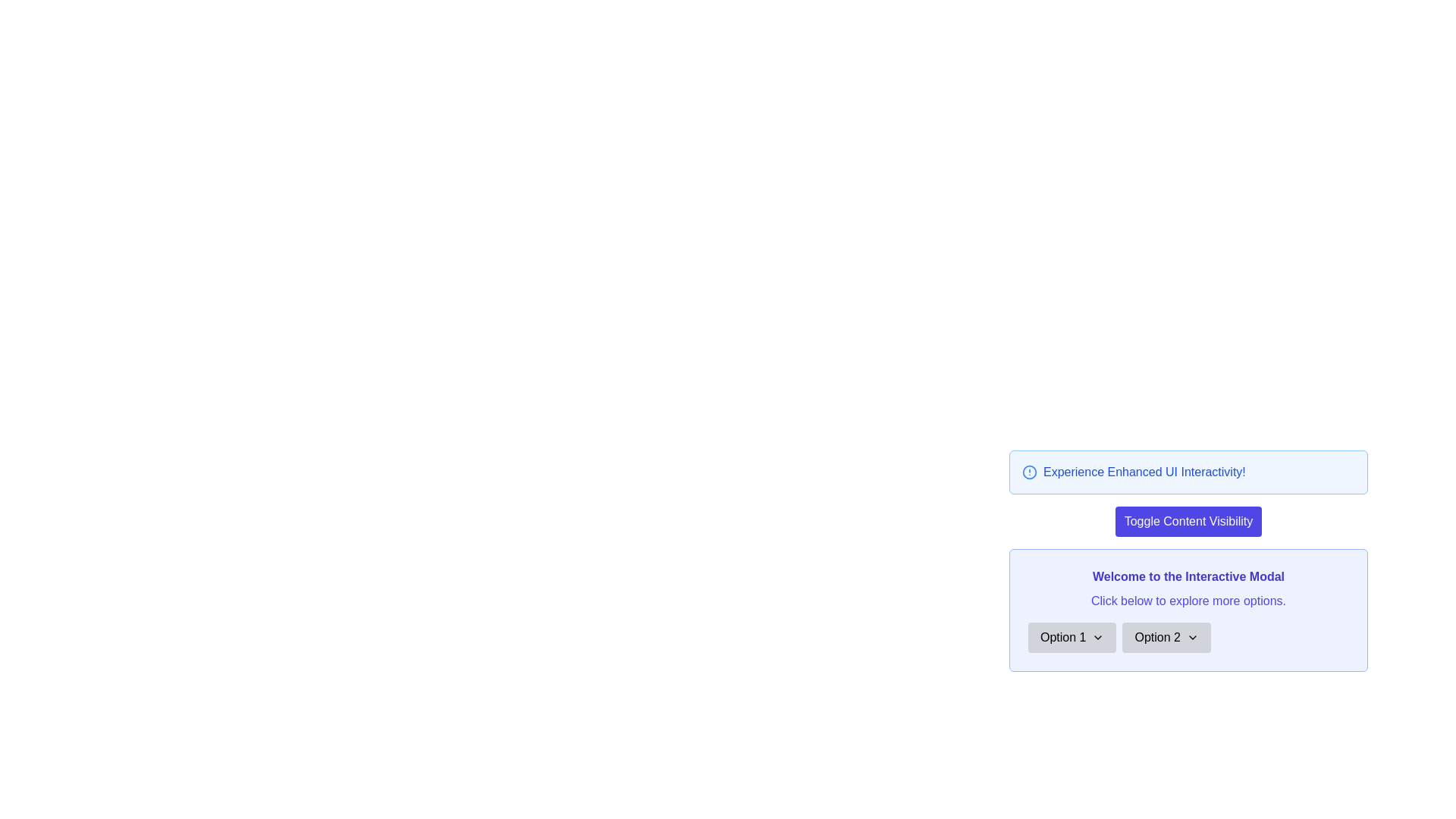 The width and height of the screenshot is (1456, 819). Describe the element at coordinates (1188, 601) in the screenshot. I see `the Static Text Label located in the modal dialog box, directly beneath the title 'Welcome to the Interactive Modal' and above the buttons 'Option 1' and 'Option 2'` at that location.